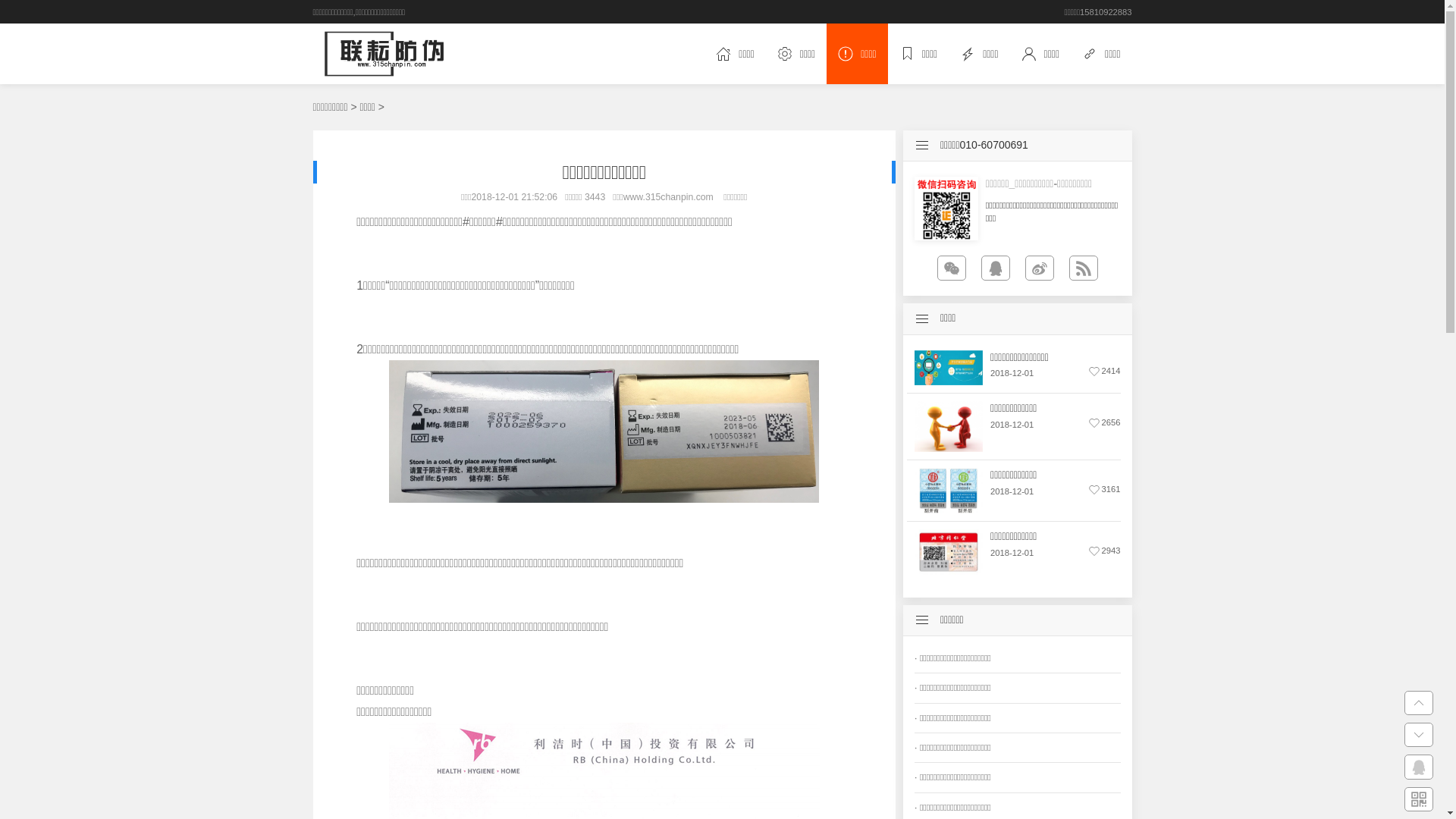 The image size is (1456, 819). Describe the element at coordinates (1106, 11) in the screenshot. I see `'15810922883'` at that location.